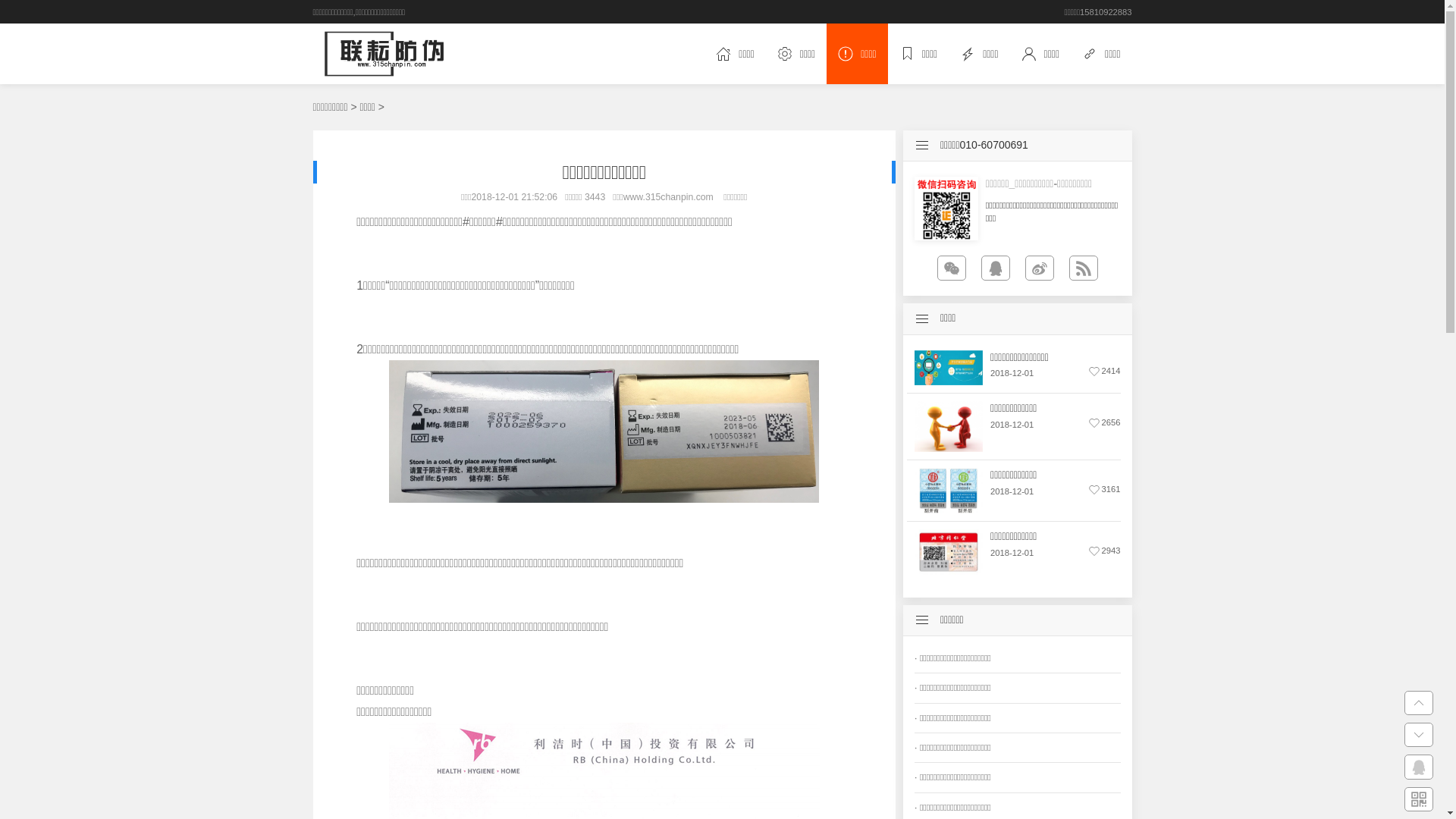 The image size is (1456, 819). Describe the element at coordinates (1106, 11) in the screenshot. I see `'15810922883'` at that location.